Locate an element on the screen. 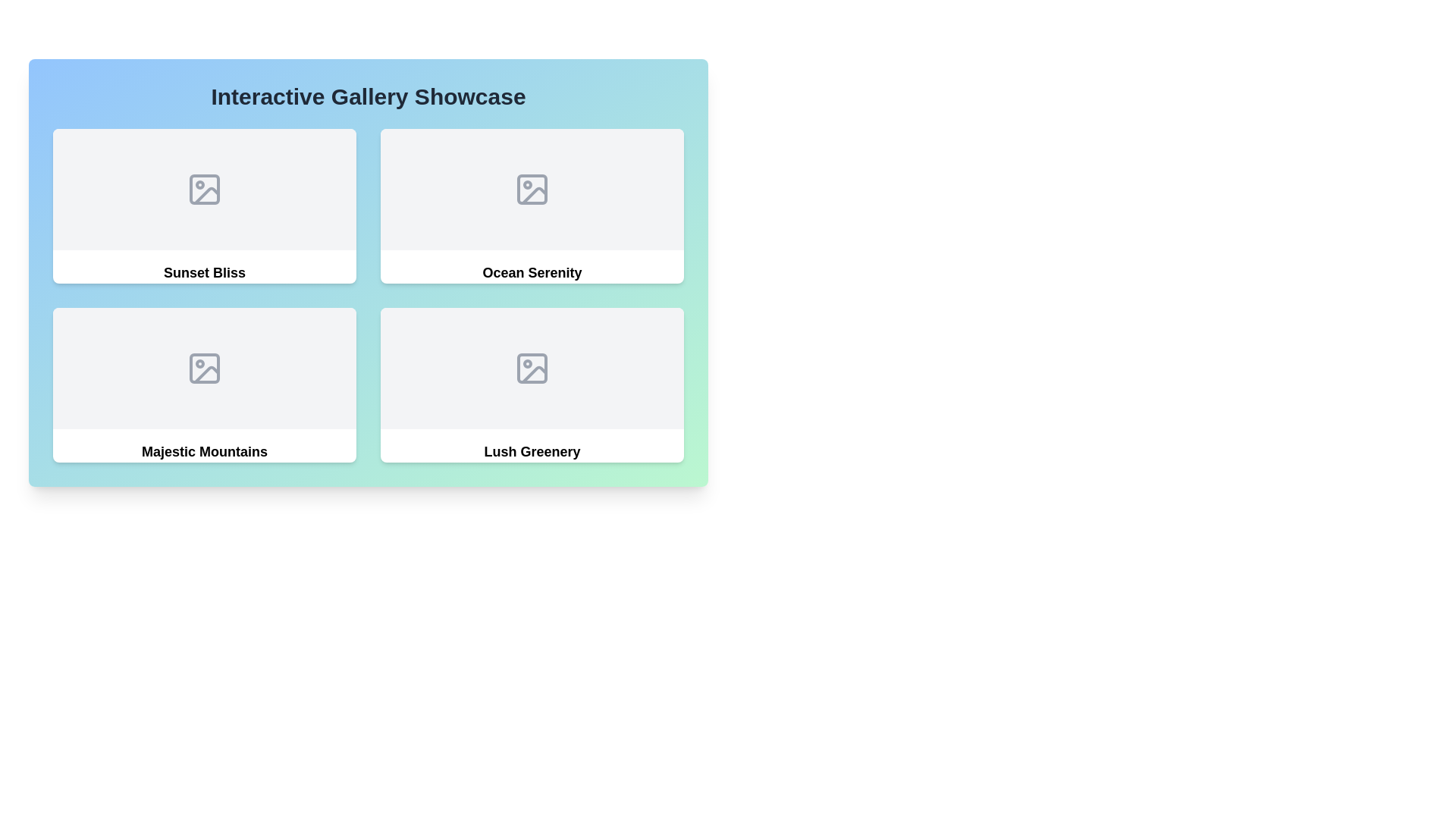  the image placeholder icon located in the second tile labeled 'Ocean Serenity' in the top row of the grid layout is located at coordinates (532, 189).